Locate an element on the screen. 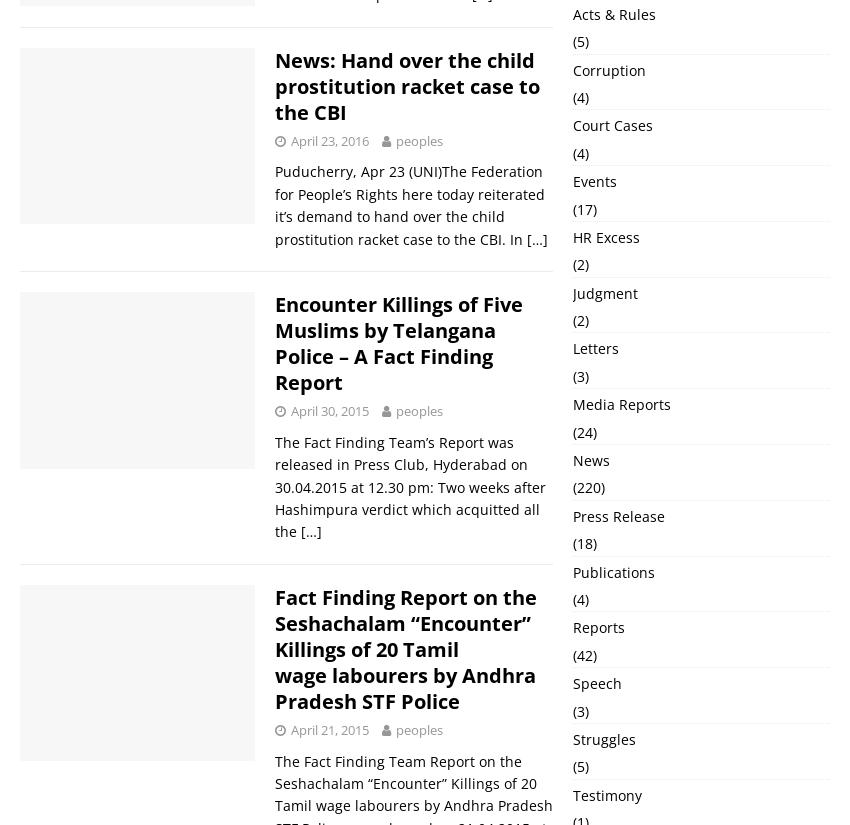  'News: Hand over the child prostitution racket case to the CBI' is located at coordinates (407, 84).